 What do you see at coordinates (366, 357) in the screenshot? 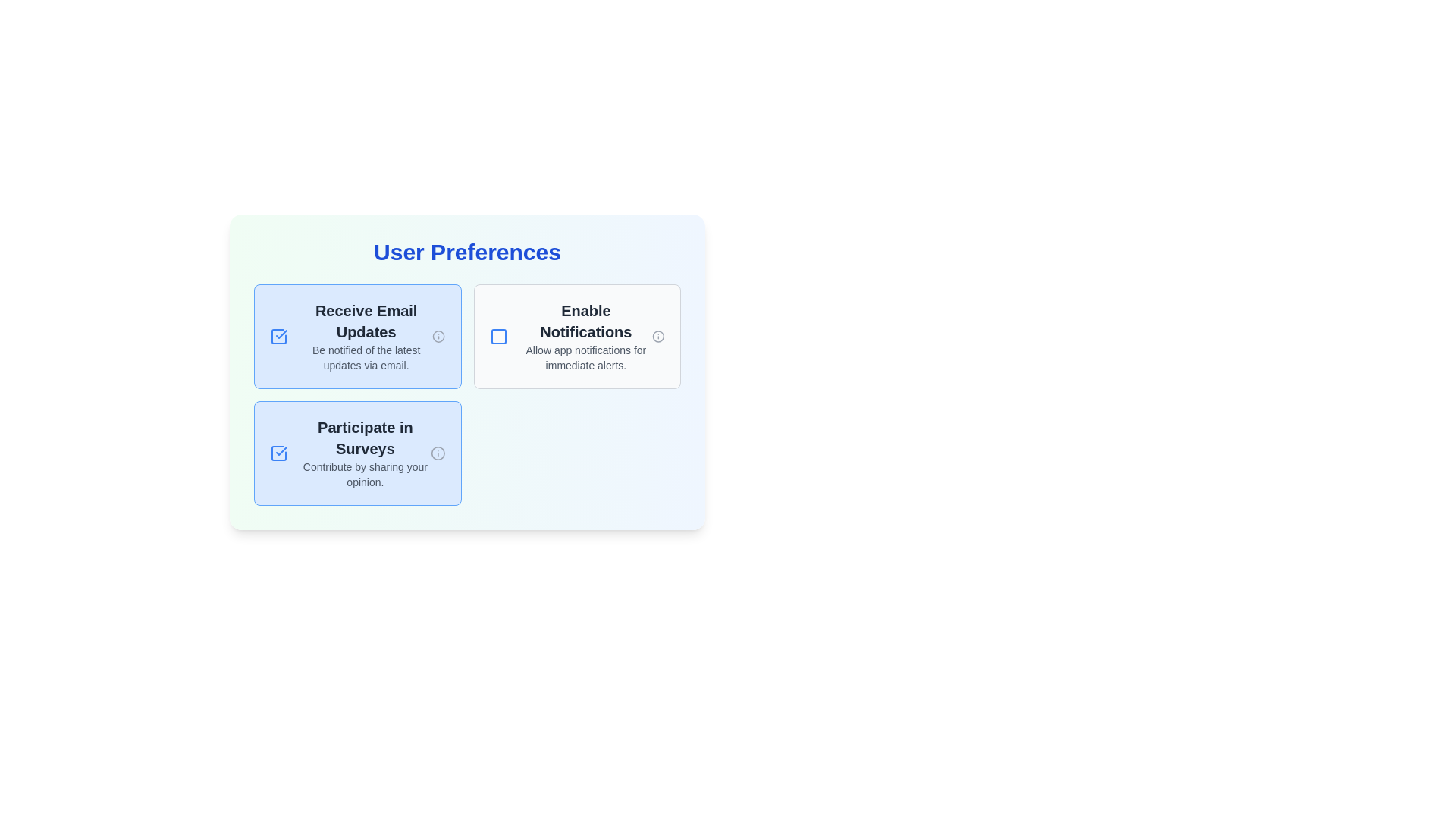
I see `the text element that says 'Be notified of the latest updates via email.' located beneath the title 'Receive Email Updates.'` at bounding box center [366, 357].